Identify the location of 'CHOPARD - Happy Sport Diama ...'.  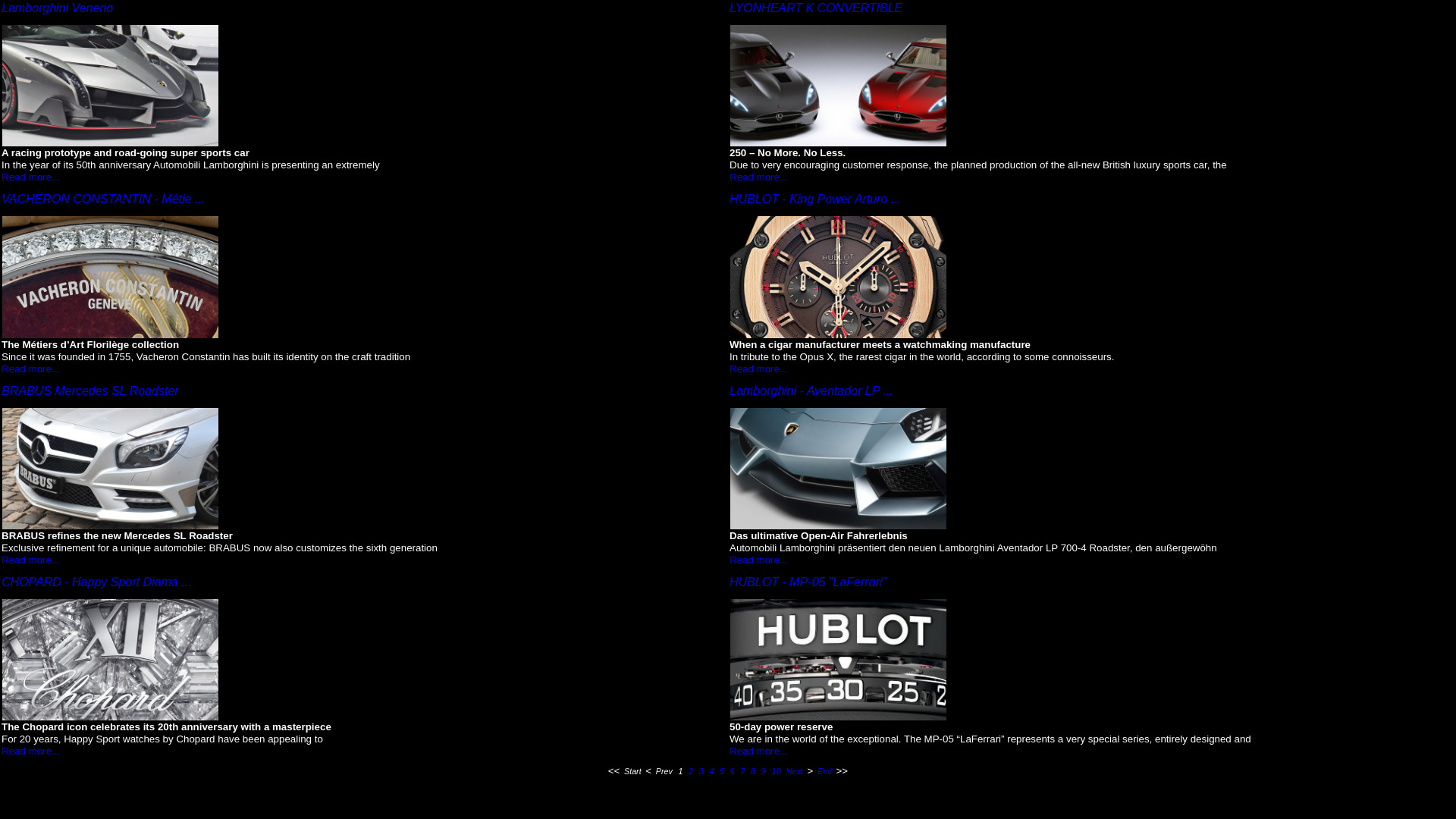
(95, 581).